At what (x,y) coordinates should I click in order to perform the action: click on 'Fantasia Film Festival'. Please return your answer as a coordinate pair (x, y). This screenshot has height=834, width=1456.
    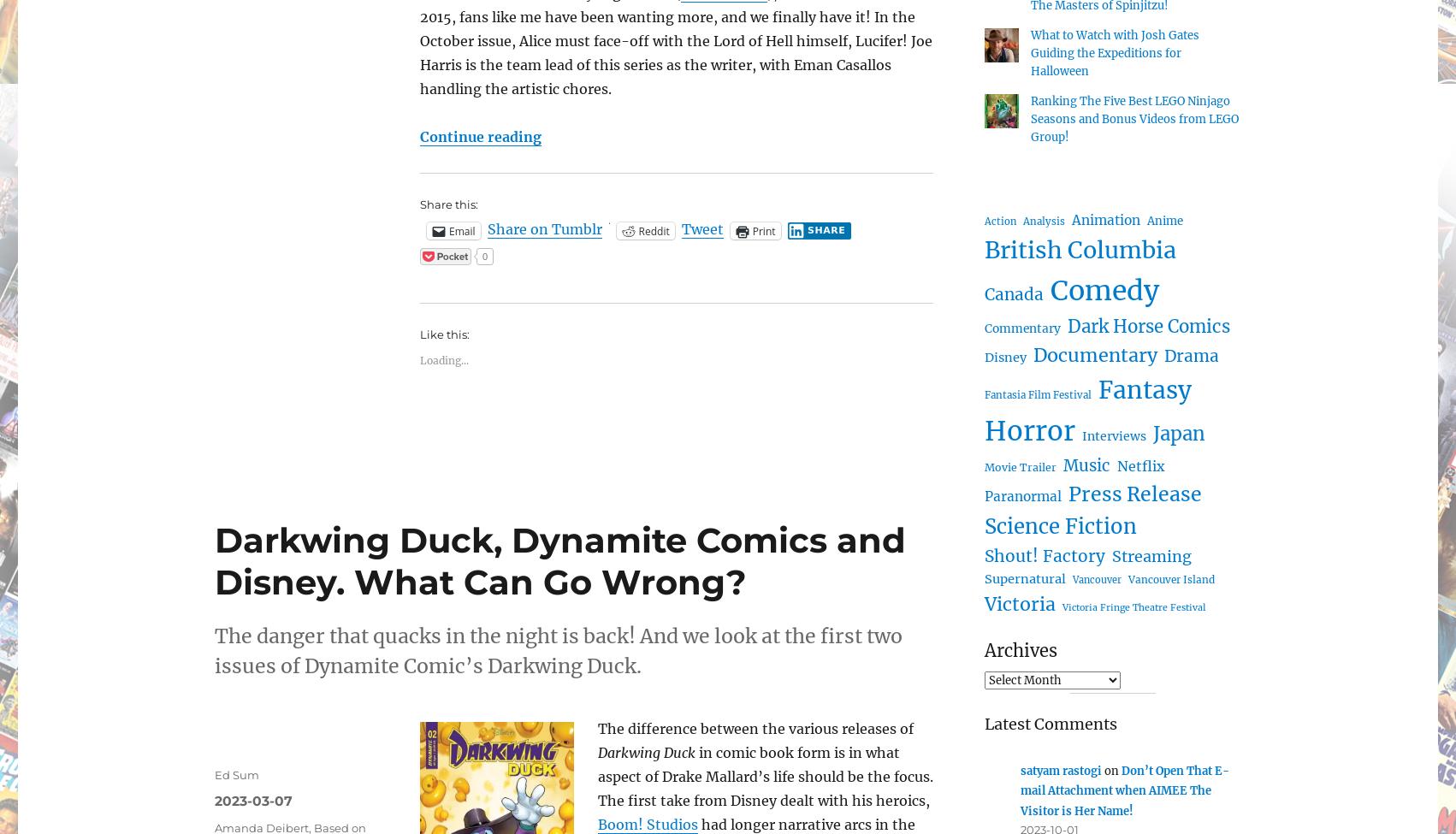
    Looking at the image, I should click on (1038, 394).